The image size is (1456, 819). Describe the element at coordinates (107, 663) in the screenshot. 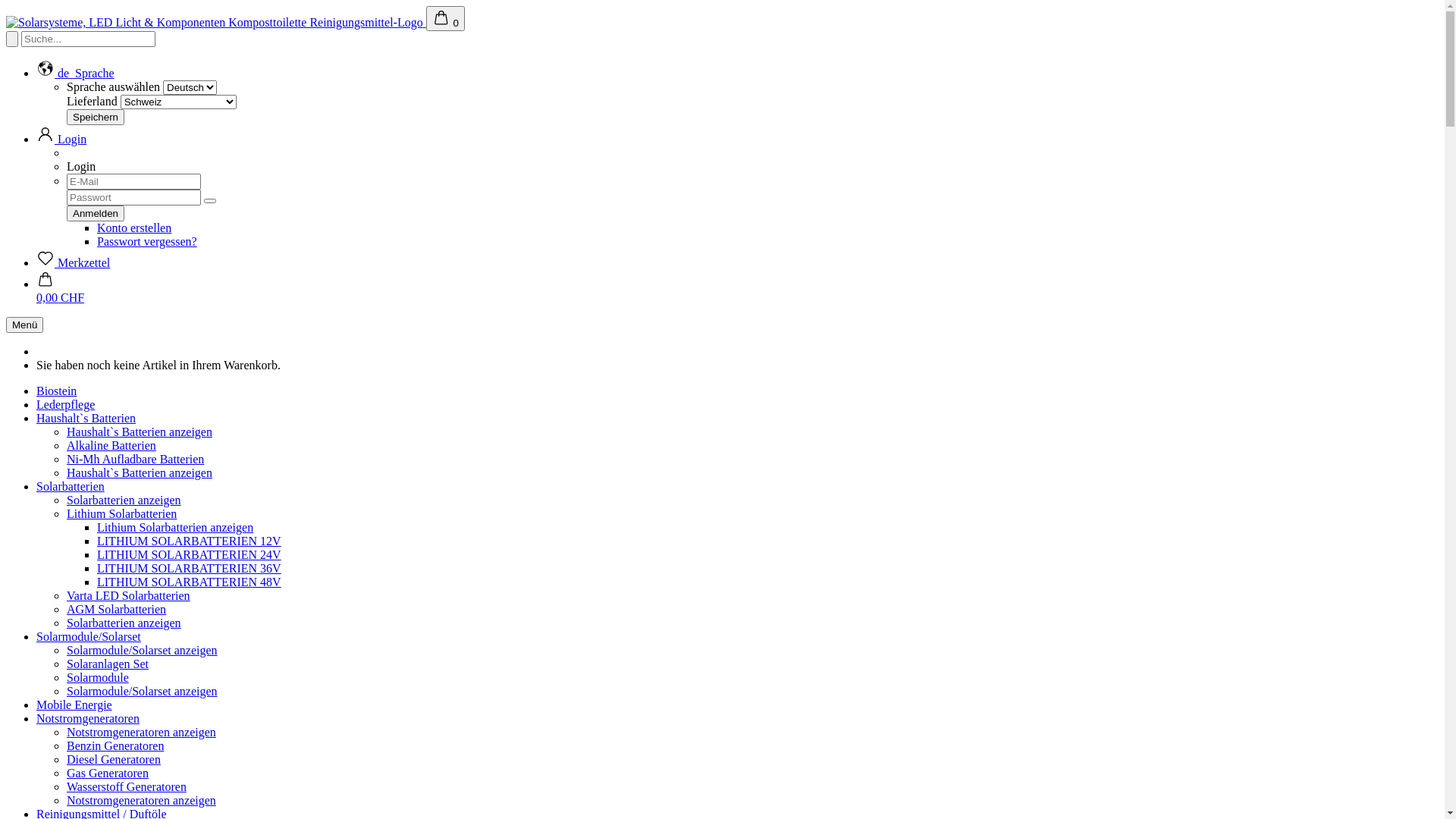

I see `'Solaranlagen Set'` at that location.